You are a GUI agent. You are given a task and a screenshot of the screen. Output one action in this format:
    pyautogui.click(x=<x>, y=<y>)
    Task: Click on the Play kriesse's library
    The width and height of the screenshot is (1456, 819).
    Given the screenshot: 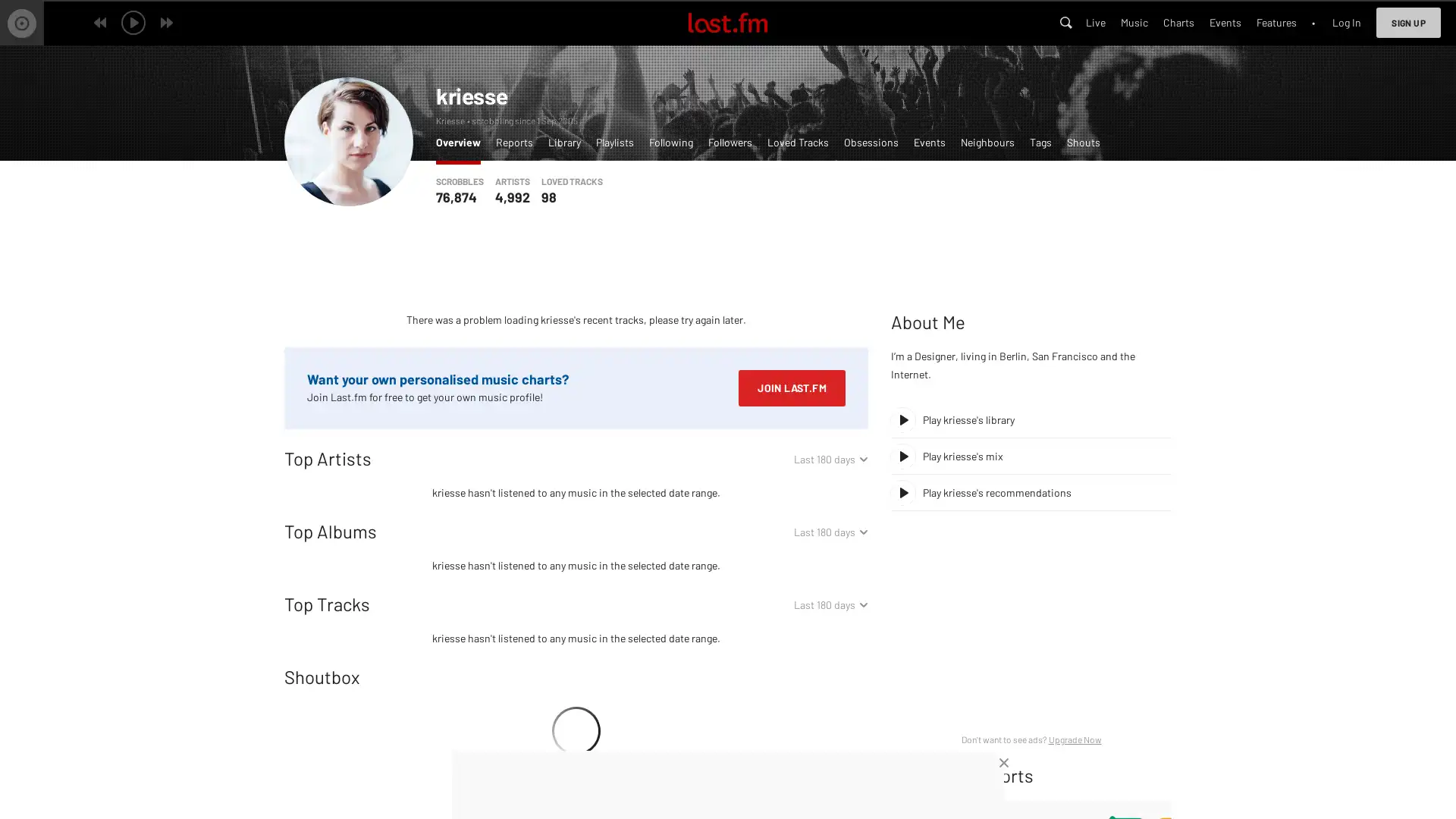 What is the action you would take?
    pyautogui.click(x=1031, y=420)
    